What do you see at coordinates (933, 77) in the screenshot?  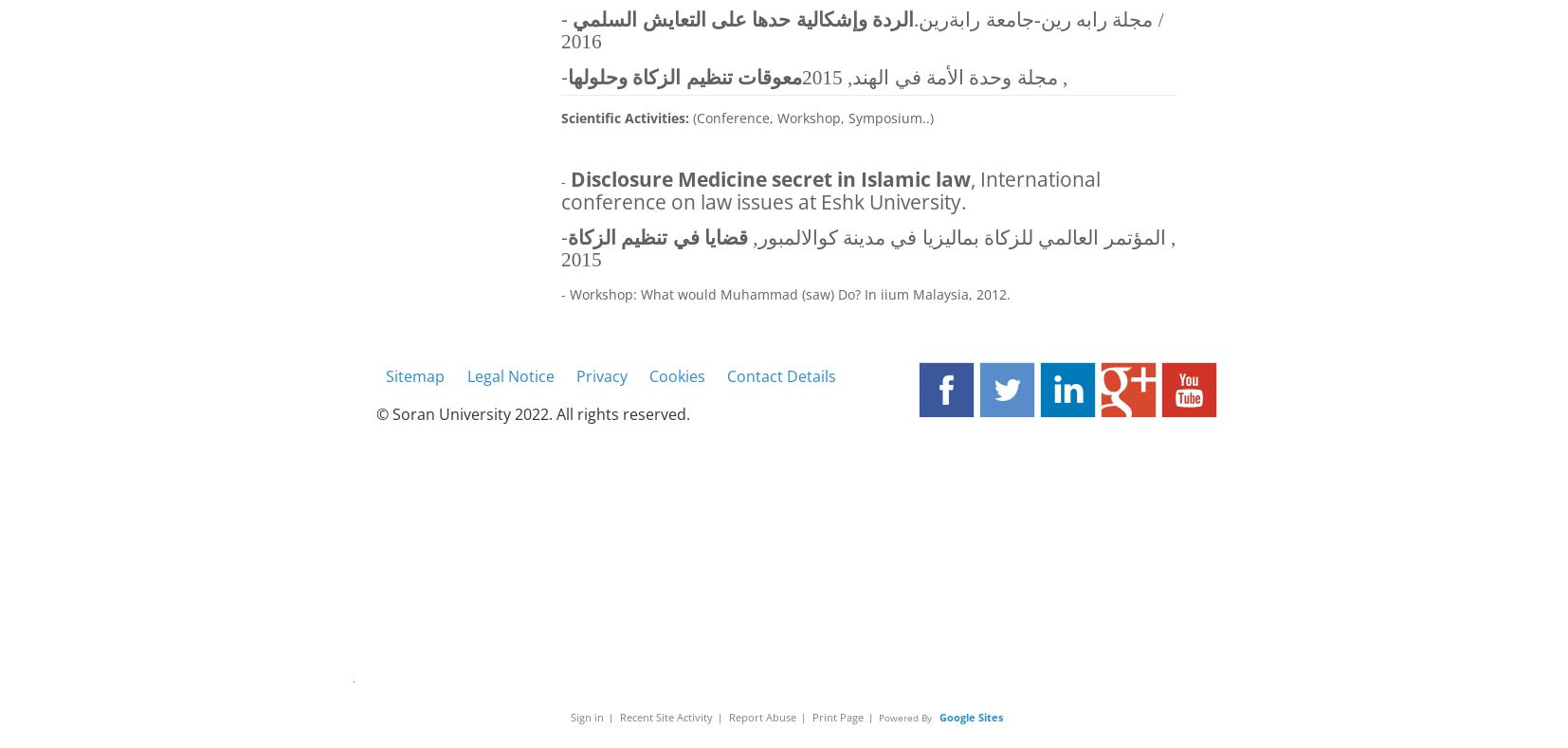 I see `', مجلة وحدة الأمة في
الهند, 2015'` at bounding box center [933, 77].